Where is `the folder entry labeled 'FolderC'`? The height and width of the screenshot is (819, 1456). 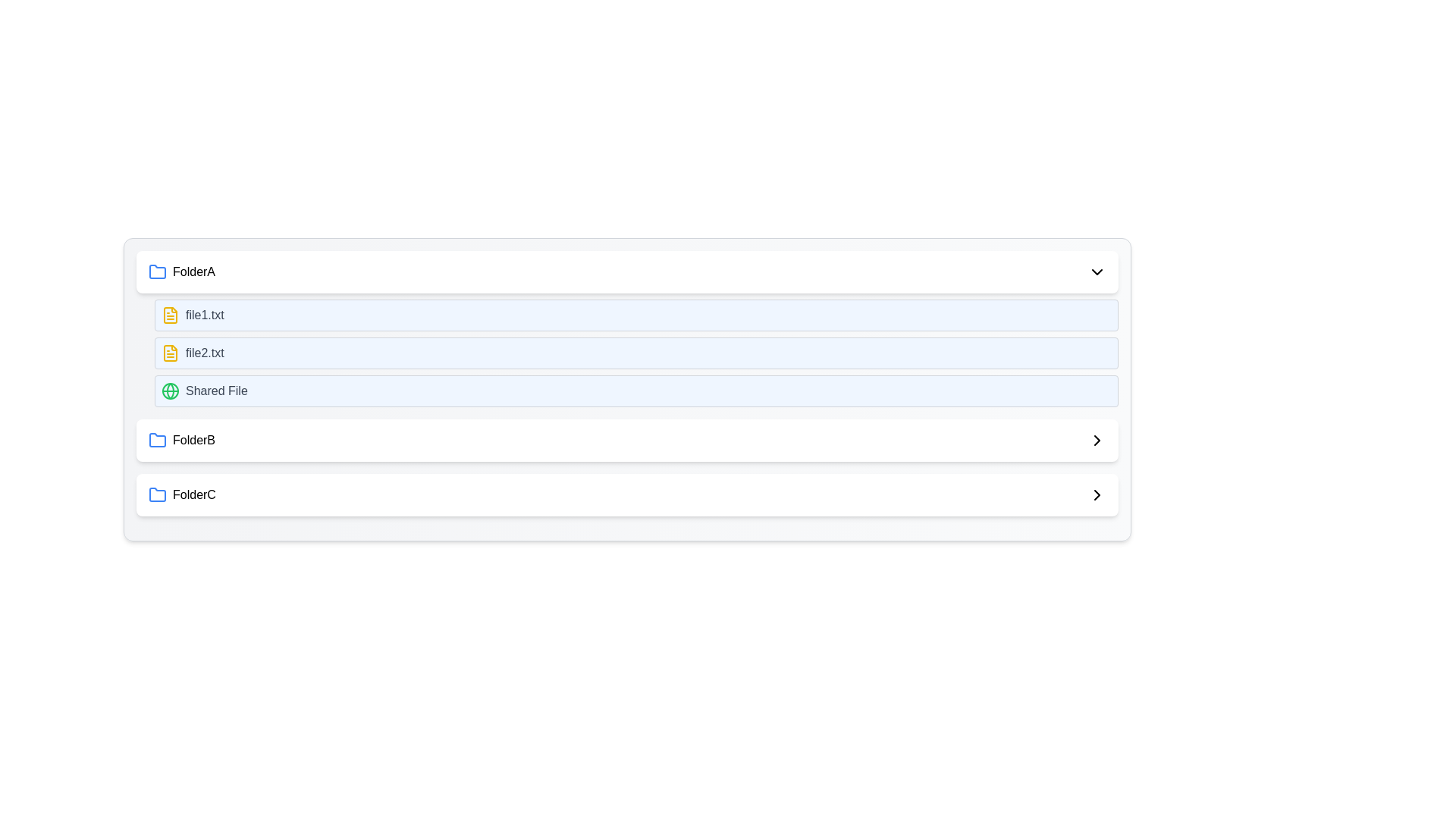 the folder entry labeled 'FolderC' is located at coordinates (182, 494).